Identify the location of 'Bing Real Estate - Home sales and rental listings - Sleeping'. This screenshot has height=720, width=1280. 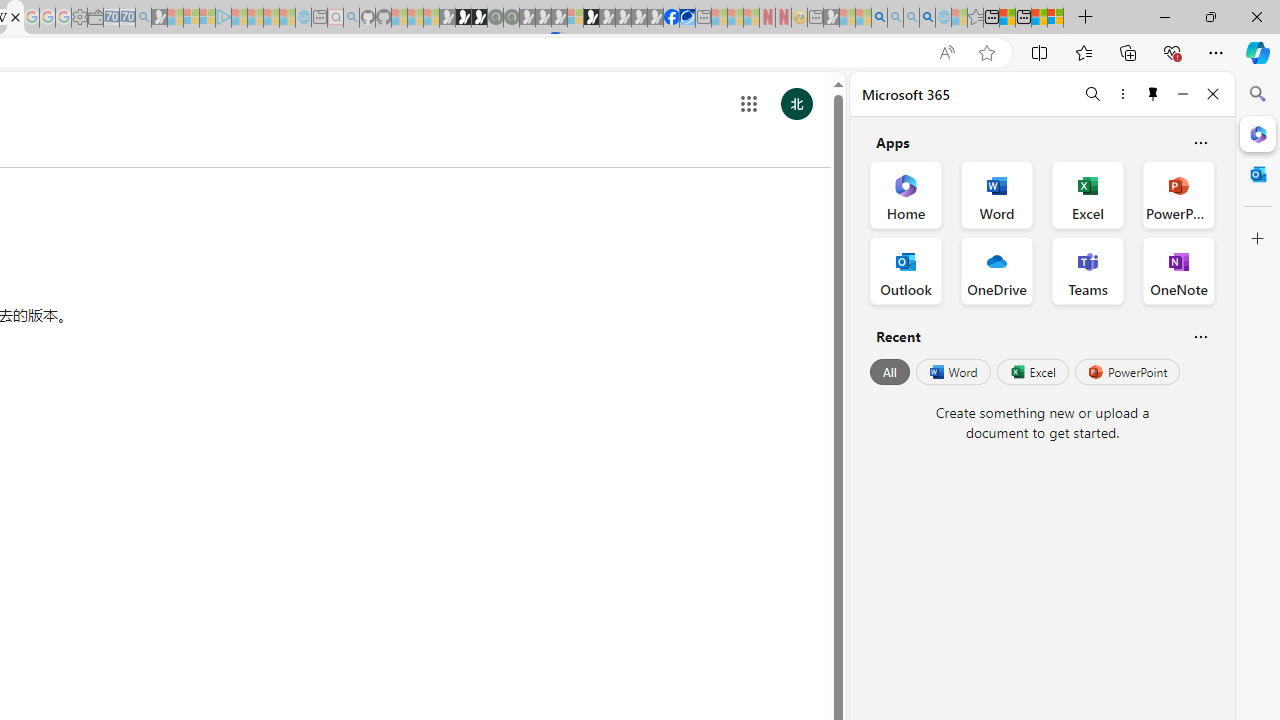
(142, 17).